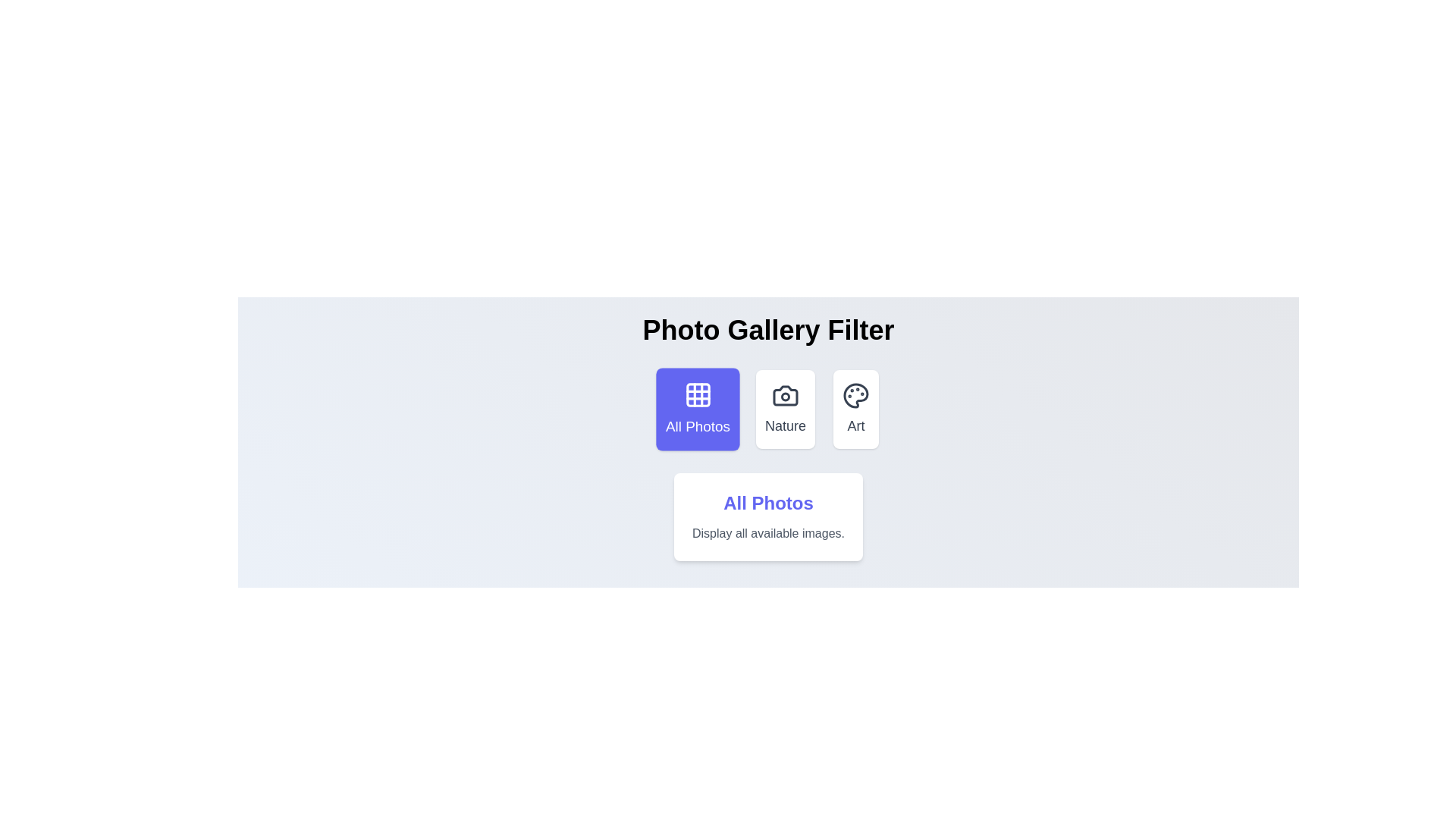 The width and height of the screenshot is (1456, 819). What do you see at coordinates (855, 409) in the screenshot?
I see `the icon and label of the filter button corresponding to Art` at bounding box center [855, 409].